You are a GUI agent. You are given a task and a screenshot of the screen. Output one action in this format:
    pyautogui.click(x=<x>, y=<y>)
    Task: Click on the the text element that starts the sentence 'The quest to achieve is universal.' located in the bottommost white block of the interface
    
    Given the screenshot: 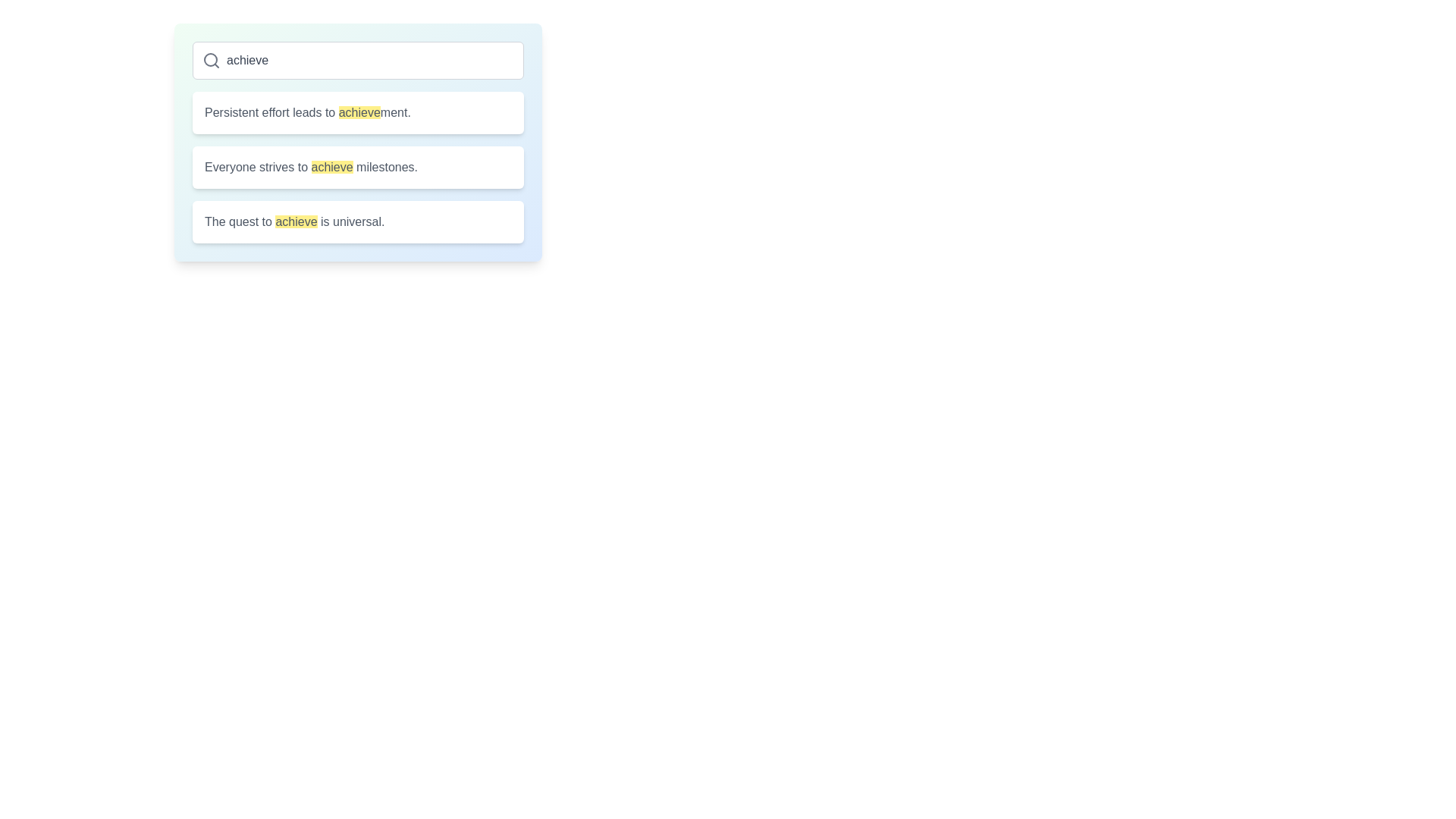 What is the action you would take?
    pyautogui.click(x=239, y=221)
    